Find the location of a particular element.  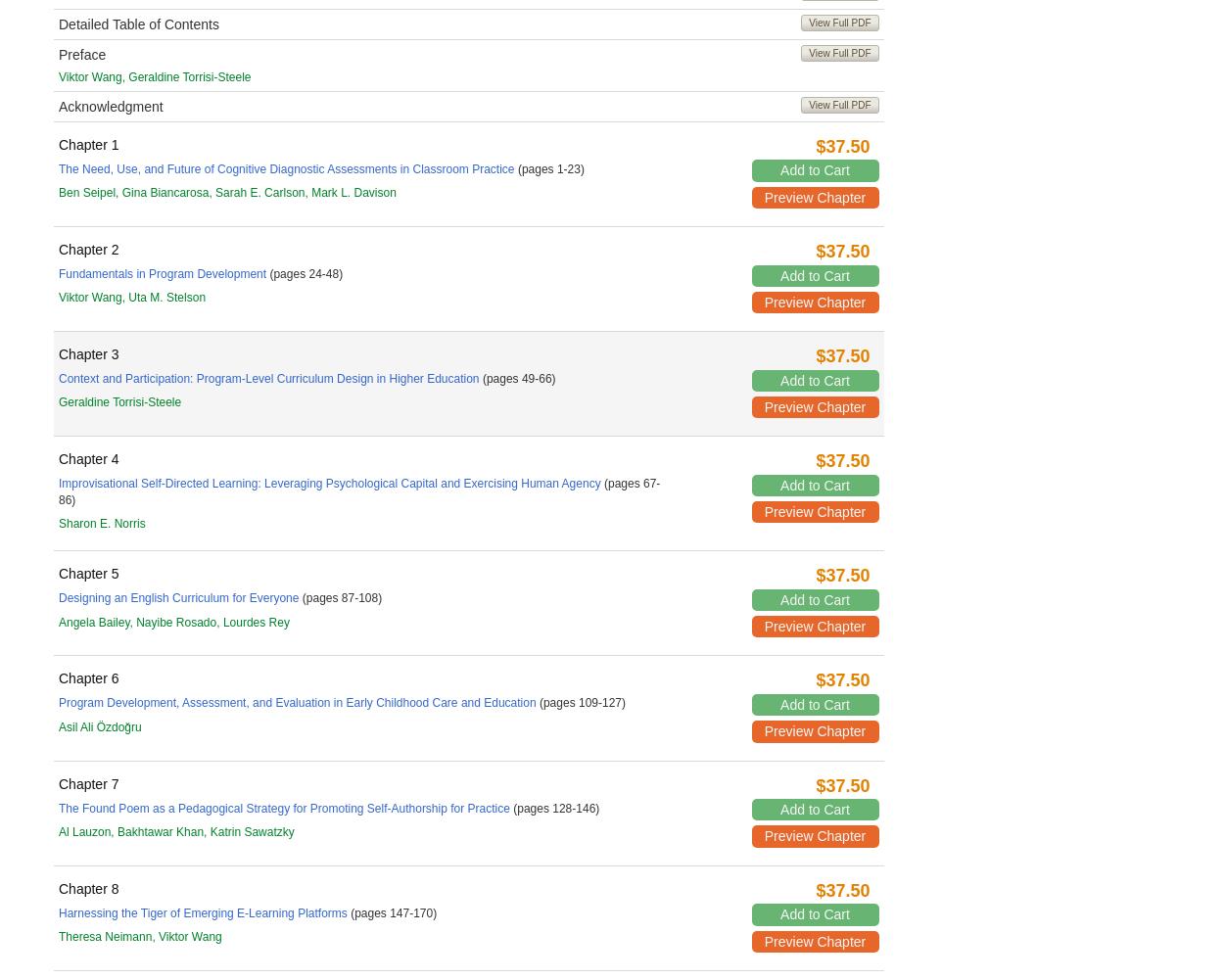

'(pages 67-86)' is located at coordinates (59, 490).